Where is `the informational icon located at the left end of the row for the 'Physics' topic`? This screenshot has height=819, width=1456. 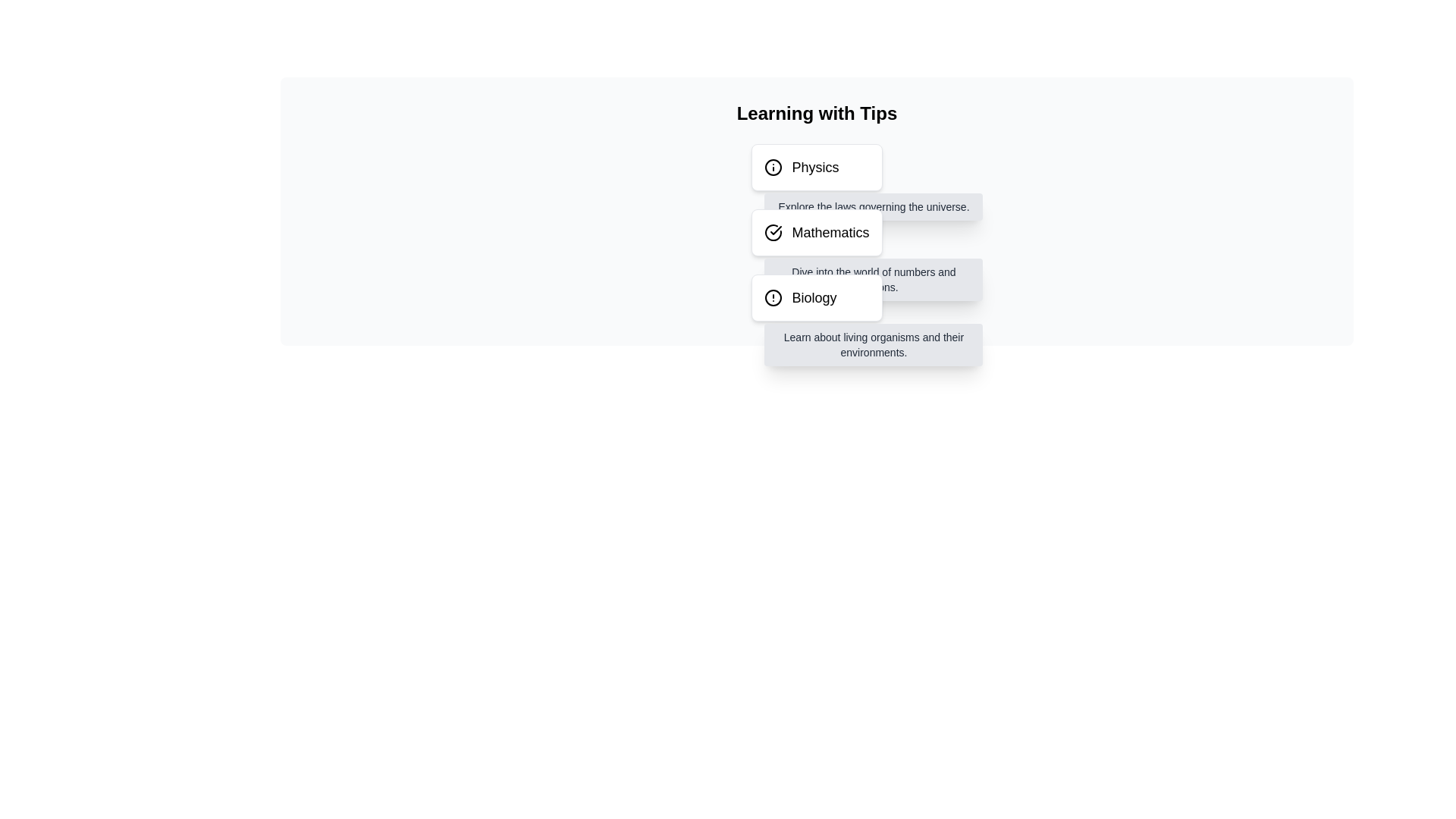
the informational icon located at the left end of the row for the 'Physics' topic is located at coordinates (773, 167).